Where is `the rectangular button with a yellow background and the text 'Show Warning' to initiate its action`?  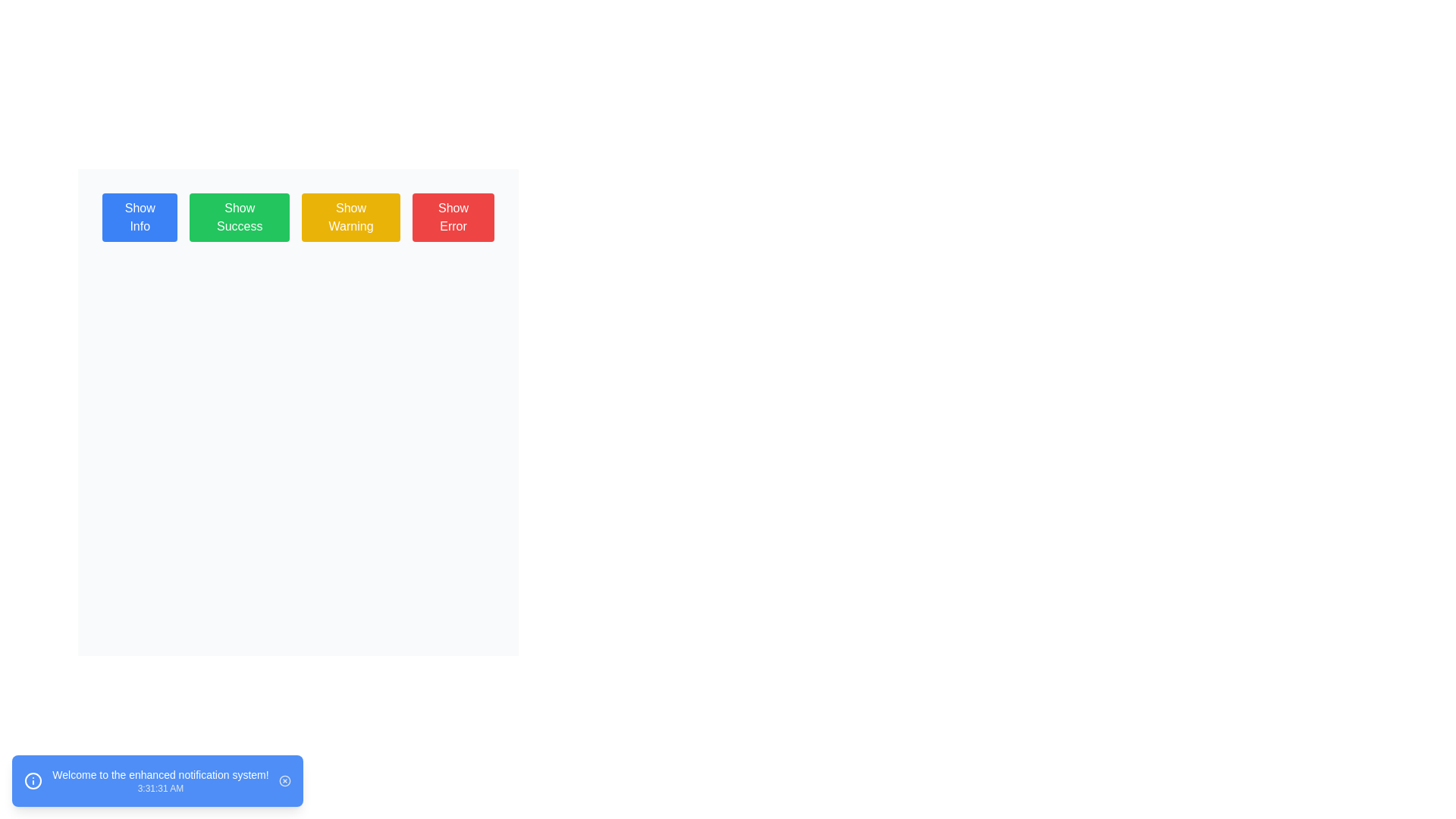 the rectangular button with a yellow background and the text 'Show Warning' to initiate its action is located at coordinates (350, 217).